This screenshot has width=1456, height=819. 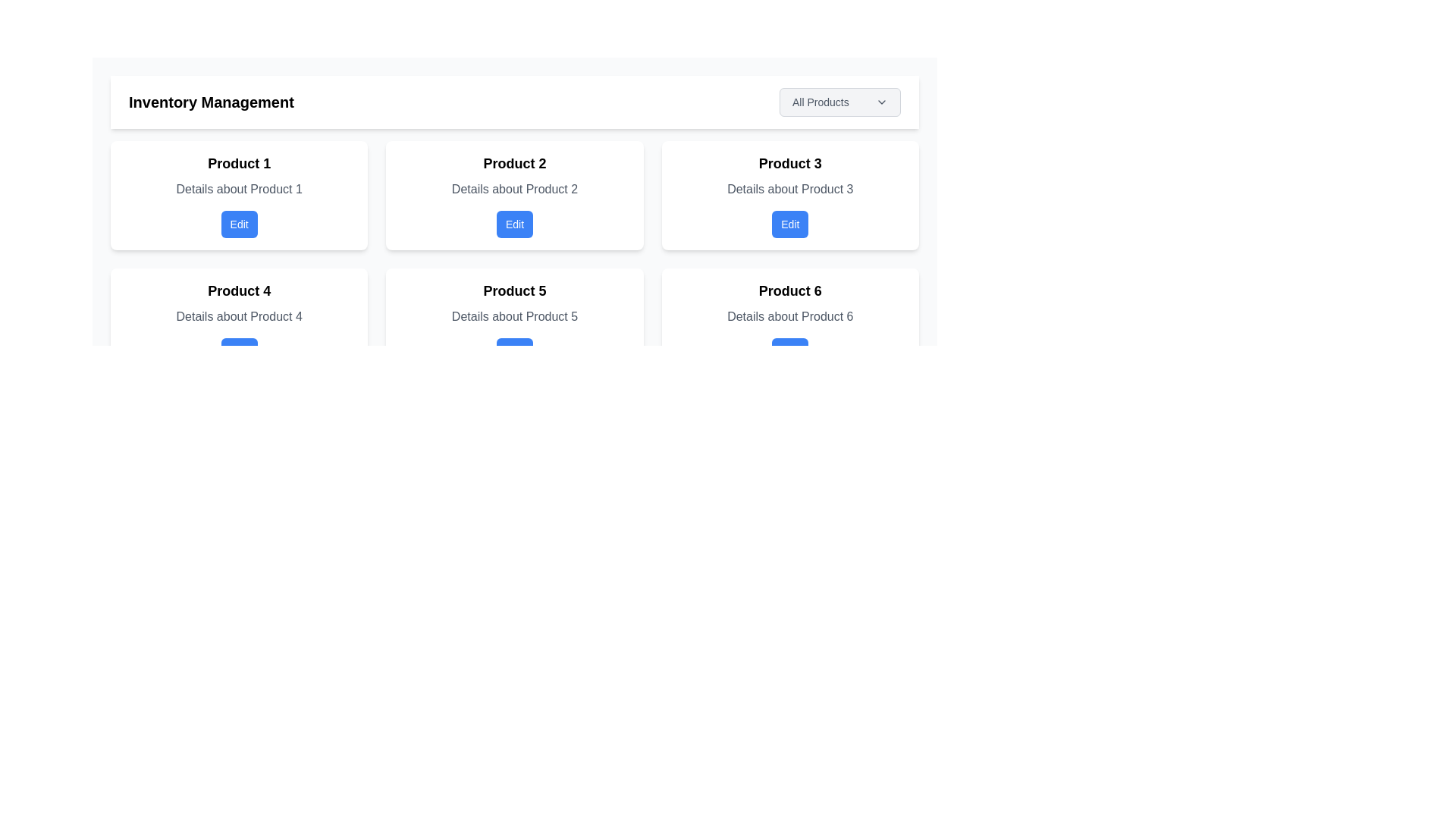 I want to click on the text label displaying 'Details about Product 2' located within the 'Product 2' card, positioned between the title 'Product 2' and the 'Edit' button, so click(x=514, y=189).